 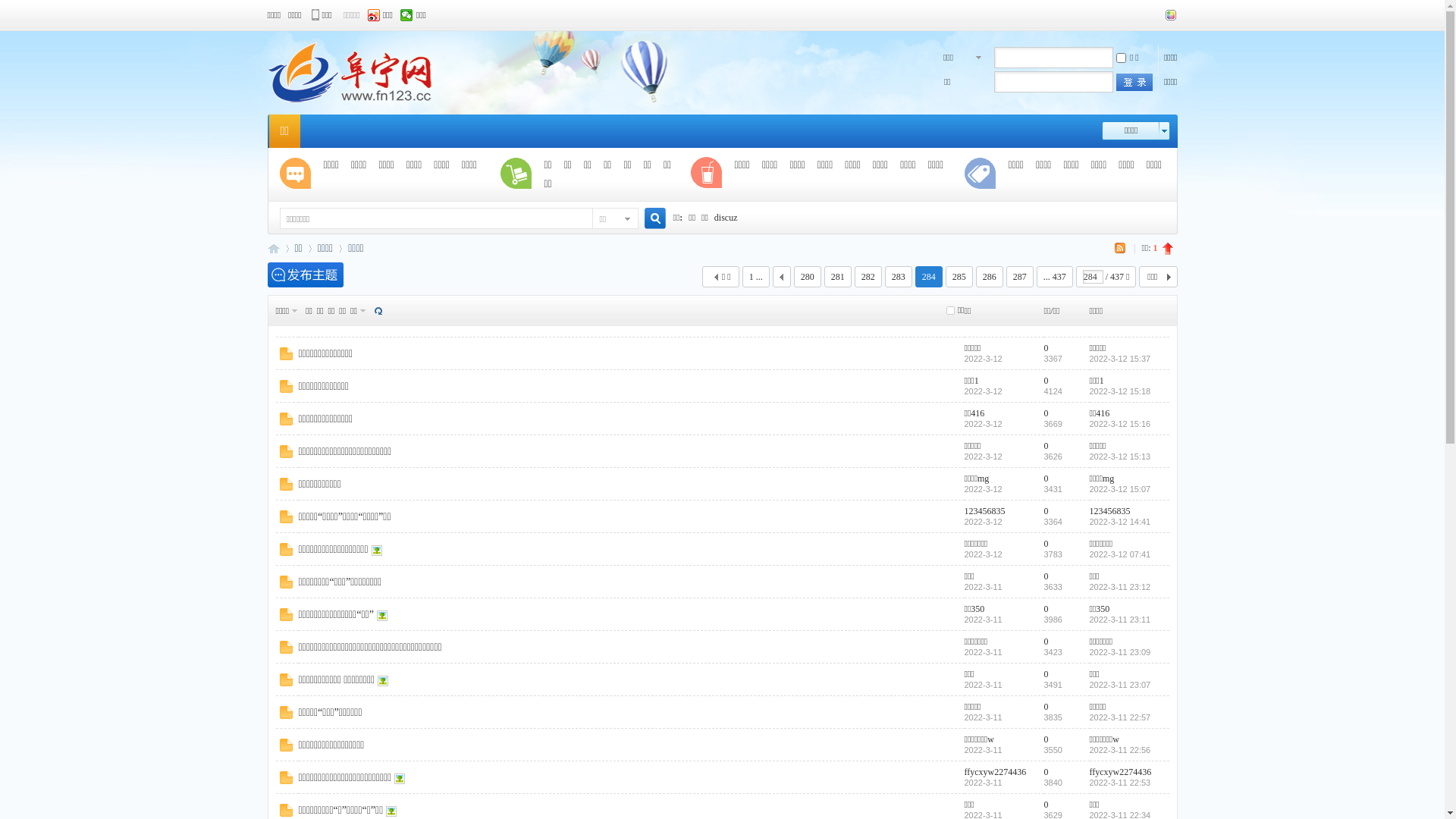 I want to click on '2022-3-12 15:13', so click(x=1119, y=455).